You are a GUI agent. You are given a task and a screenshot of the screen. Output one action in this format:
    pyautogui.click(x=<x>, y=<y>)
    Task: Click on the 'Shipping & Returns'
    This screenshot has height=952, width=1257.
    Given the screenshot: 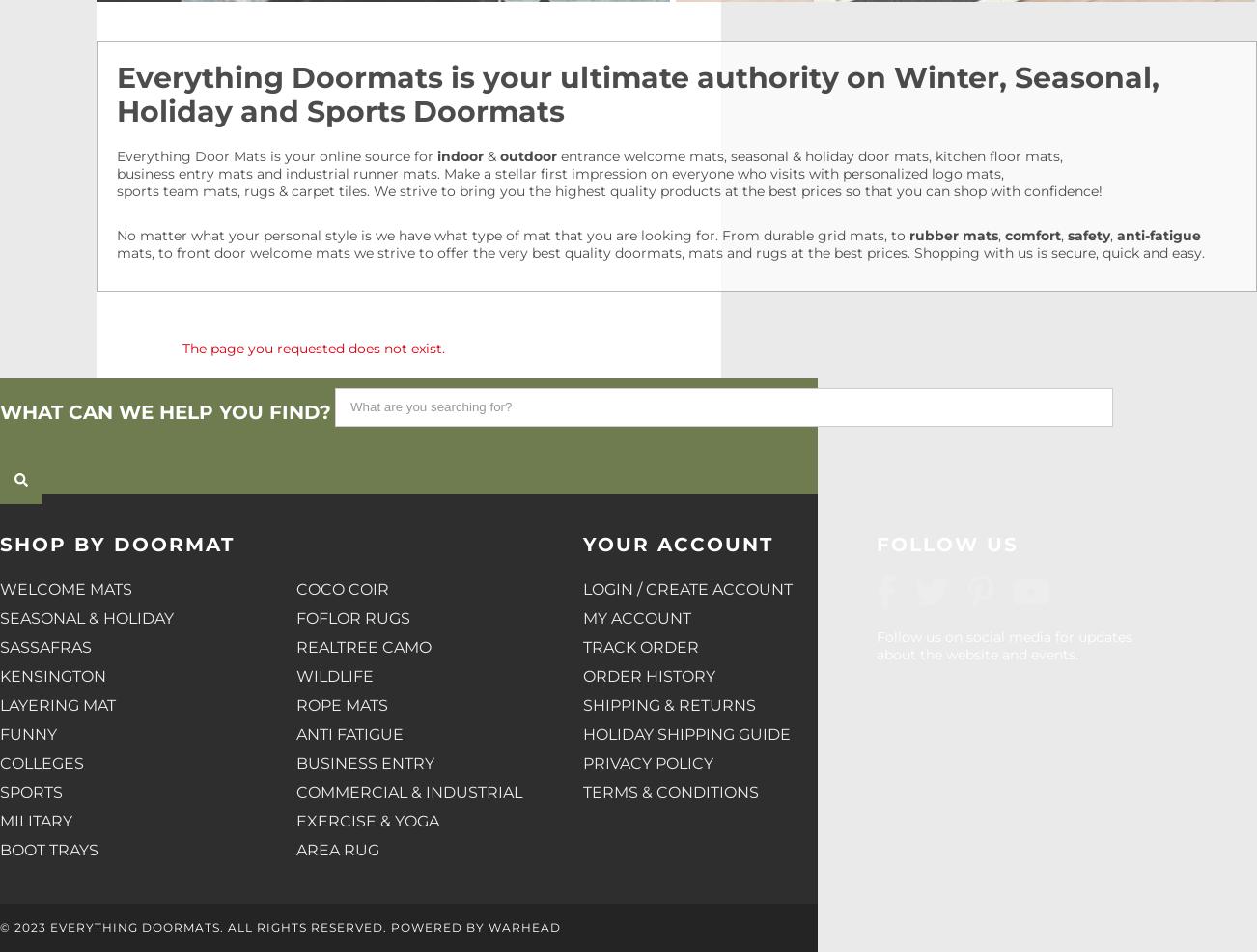 What is the action you would take?
    pyautogui.click(x=581, y=704)
    